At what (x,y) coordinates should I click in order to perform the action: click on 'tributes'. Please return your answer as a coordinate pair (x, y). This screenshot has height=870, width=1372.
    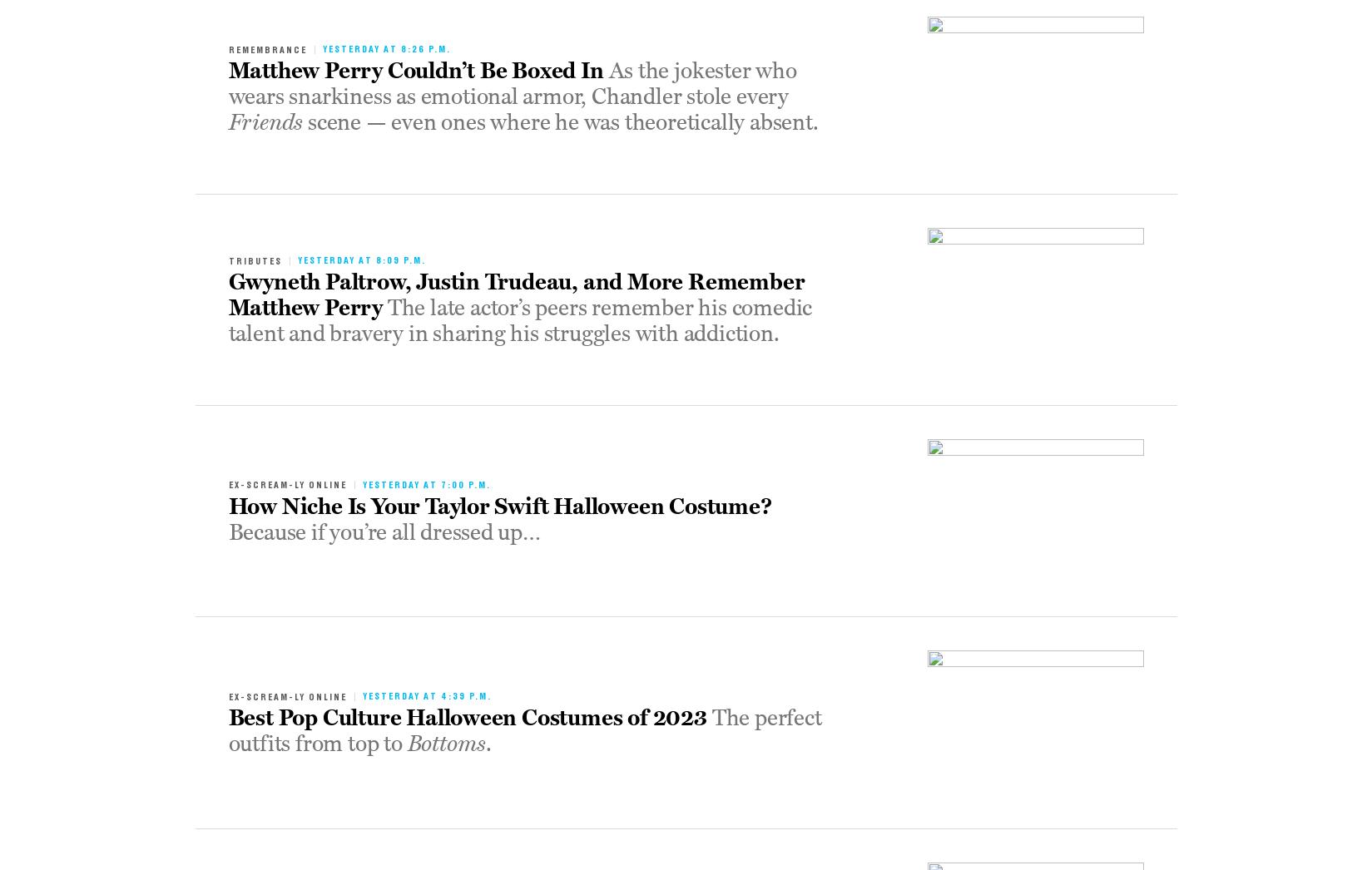
    Looking at the image, I should click on (228, 260).